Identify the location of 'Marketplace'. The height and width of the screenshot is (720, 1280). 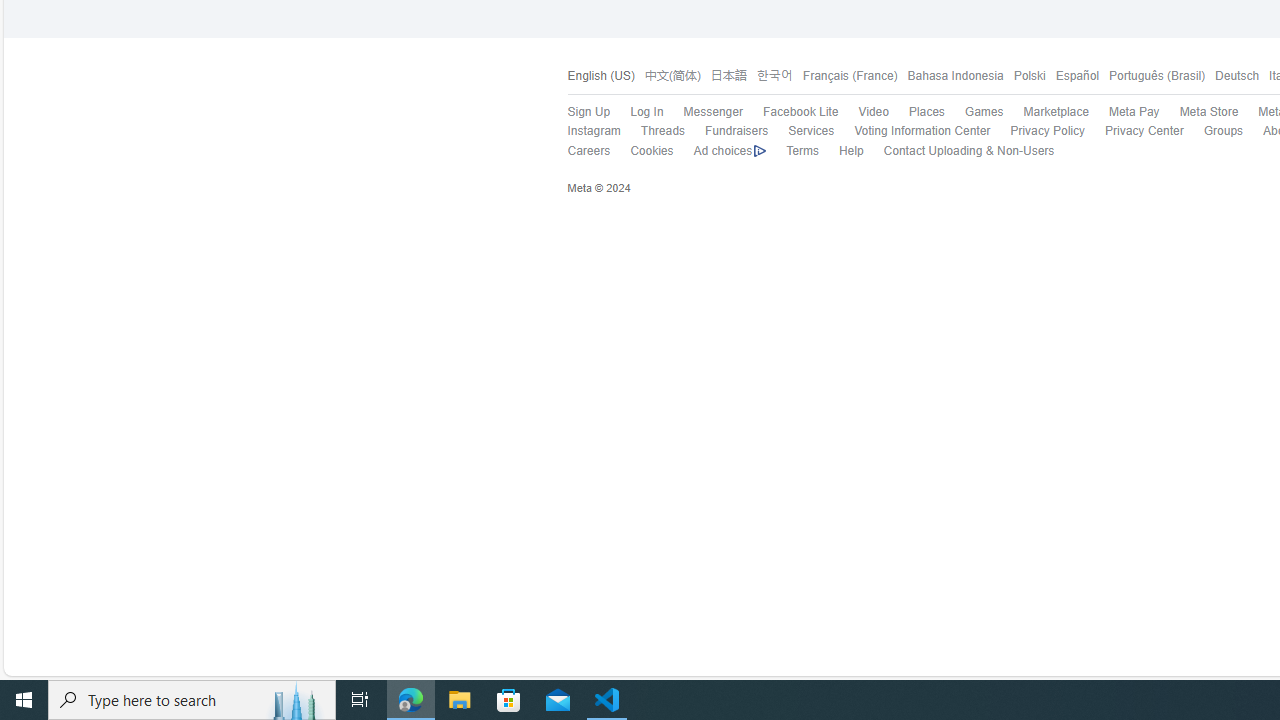
(1055, 112).